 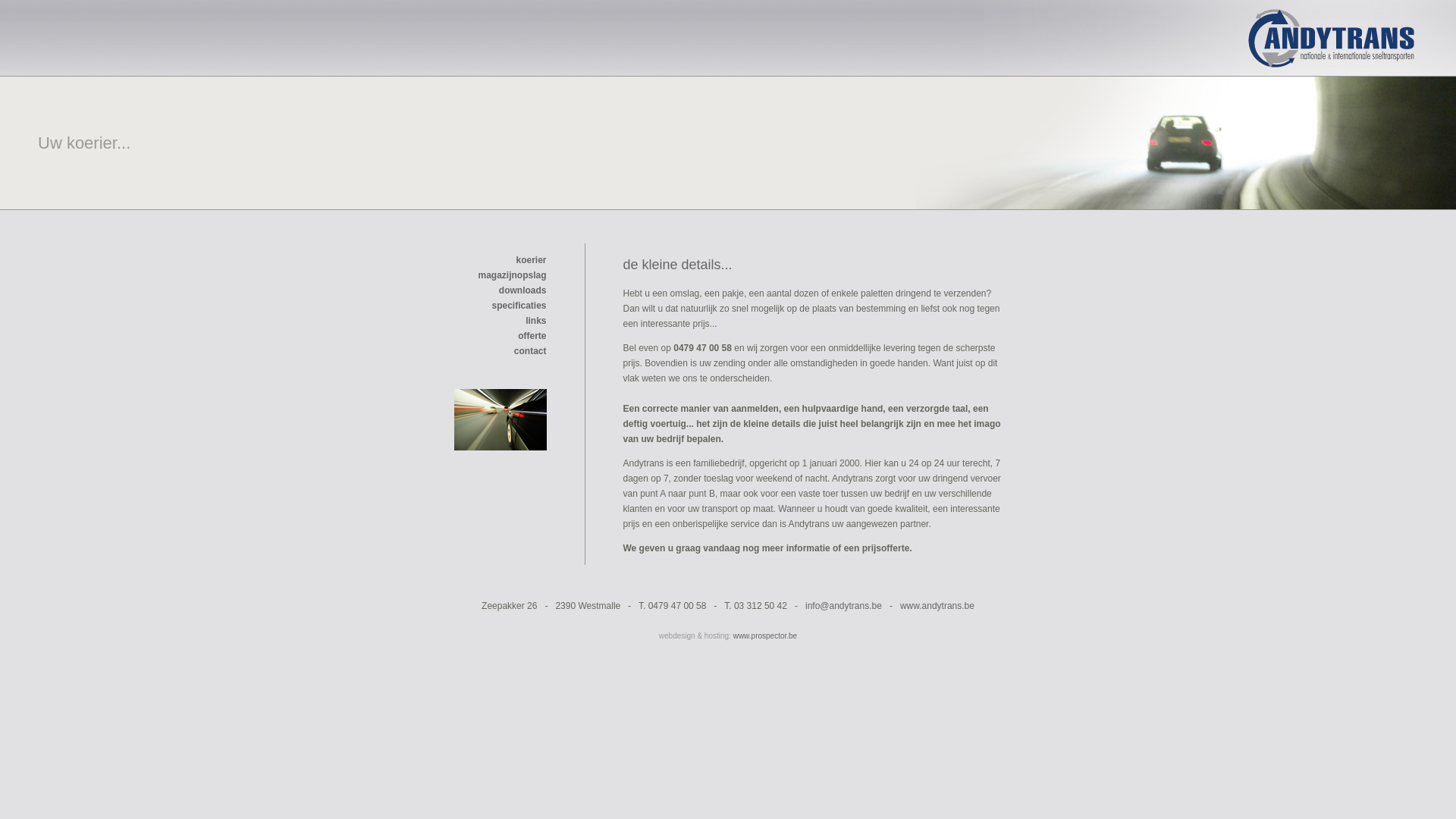 I want to click on 'www.prospector.be', so click(x=765, y=635).